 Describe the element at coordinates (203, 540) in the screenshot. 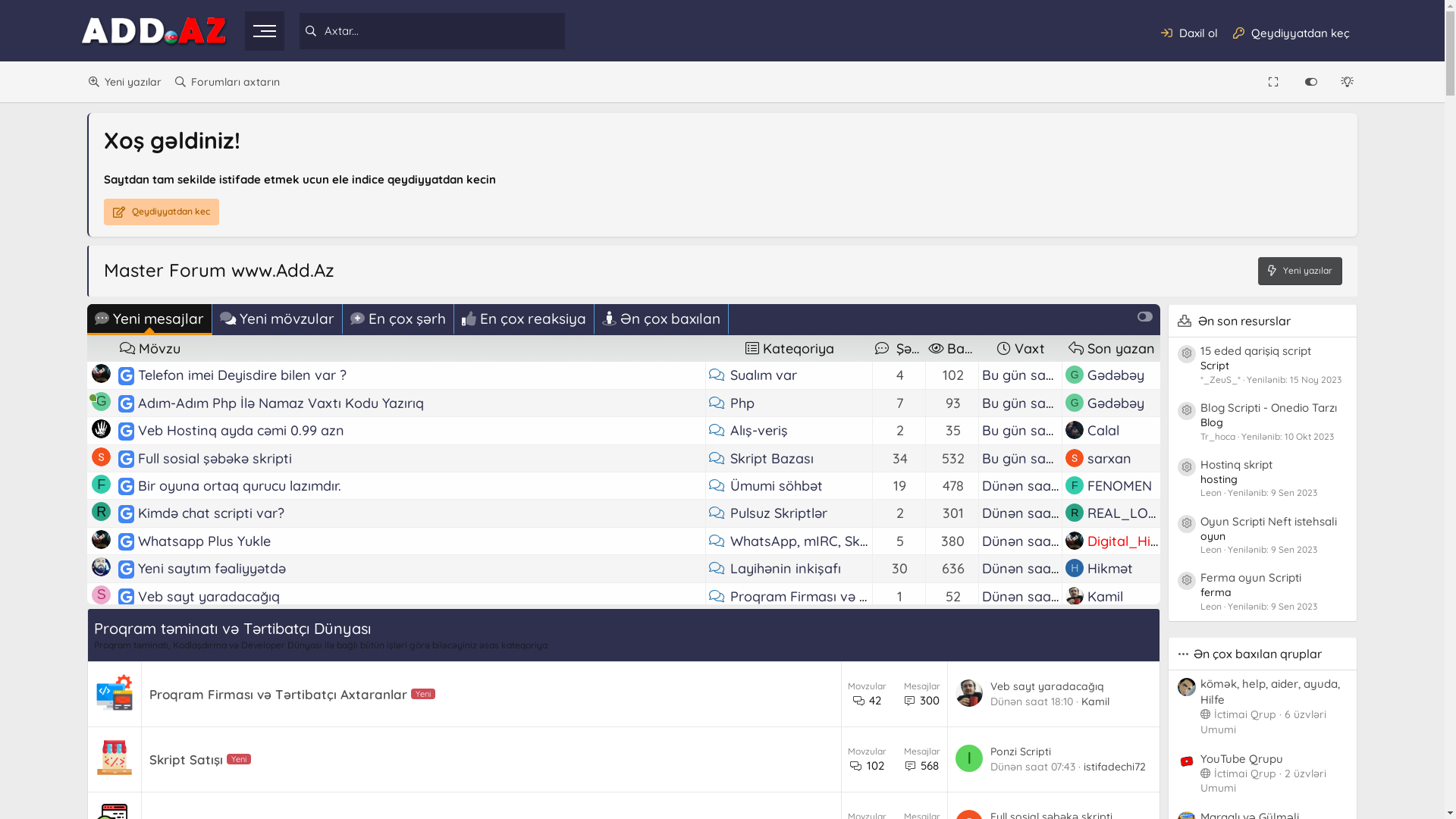

I see `'Whatsapp Plus Yukle'` at that location.